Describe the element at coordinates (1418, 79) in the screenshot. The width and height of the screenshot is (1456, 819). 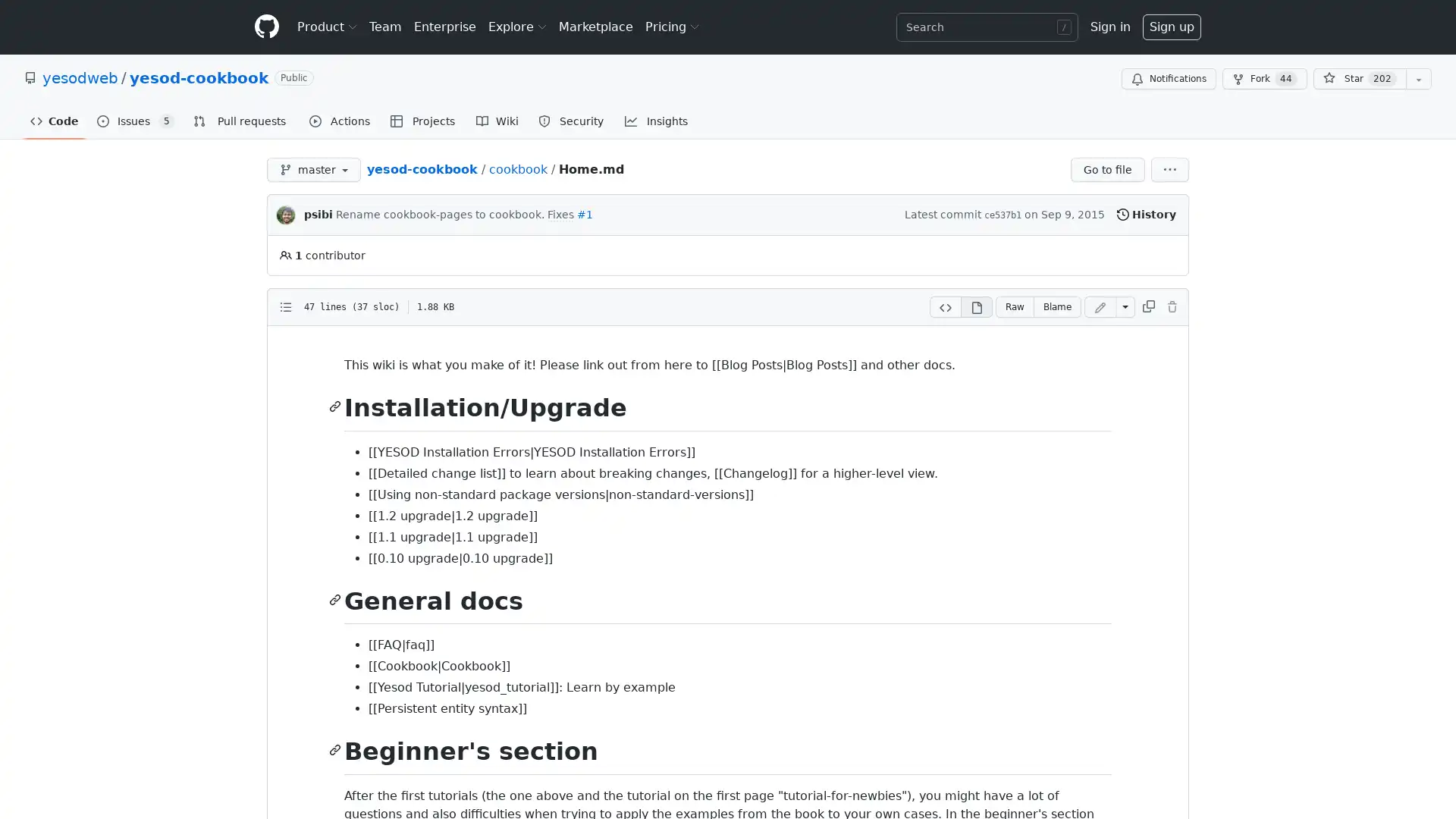
I see `You must be signed in to add this repository to a list` at that location.